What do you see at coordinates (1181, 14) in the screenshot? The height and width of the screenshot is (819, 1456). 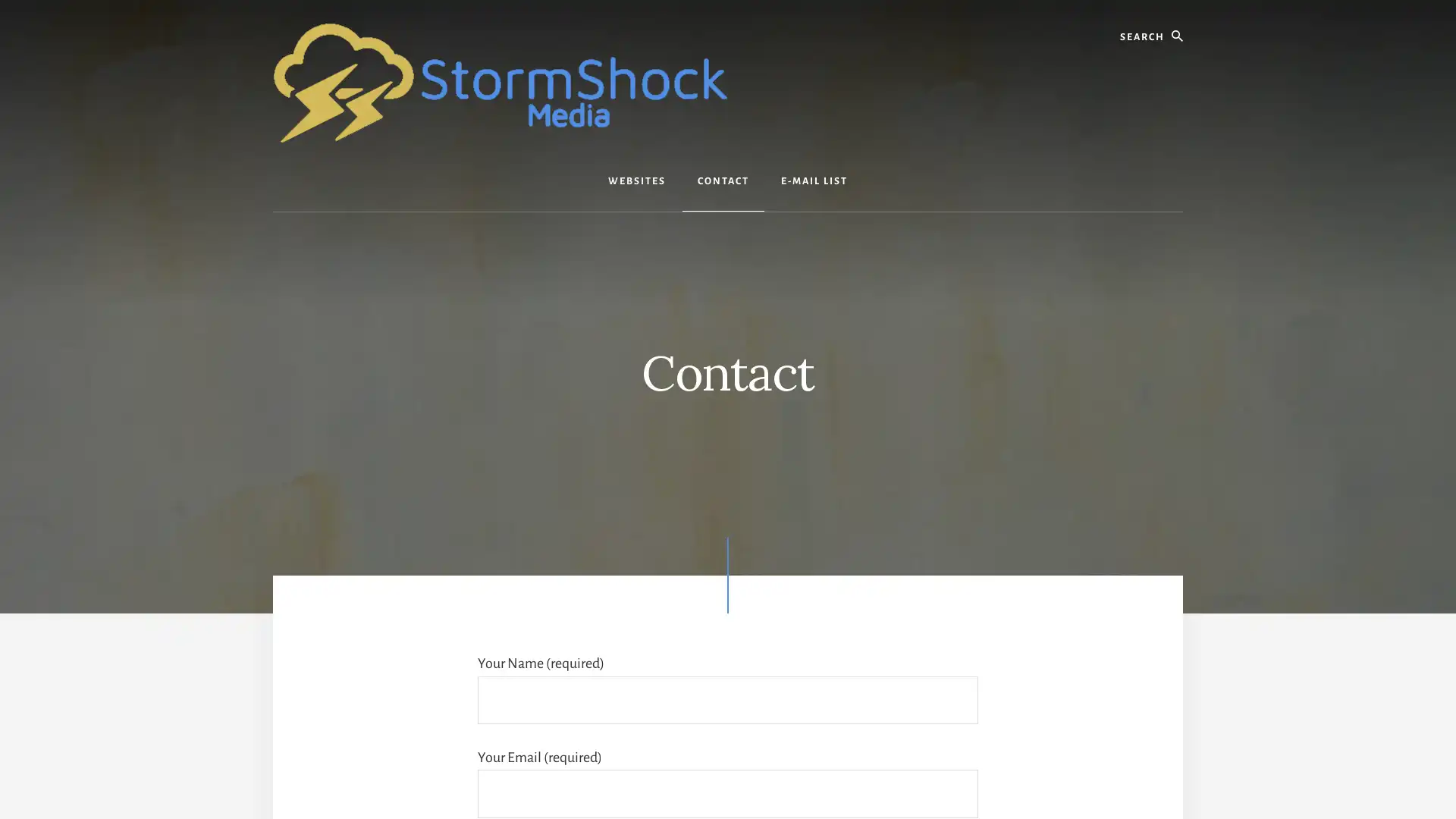 I see `Search` at bounding box center [1181, 14].